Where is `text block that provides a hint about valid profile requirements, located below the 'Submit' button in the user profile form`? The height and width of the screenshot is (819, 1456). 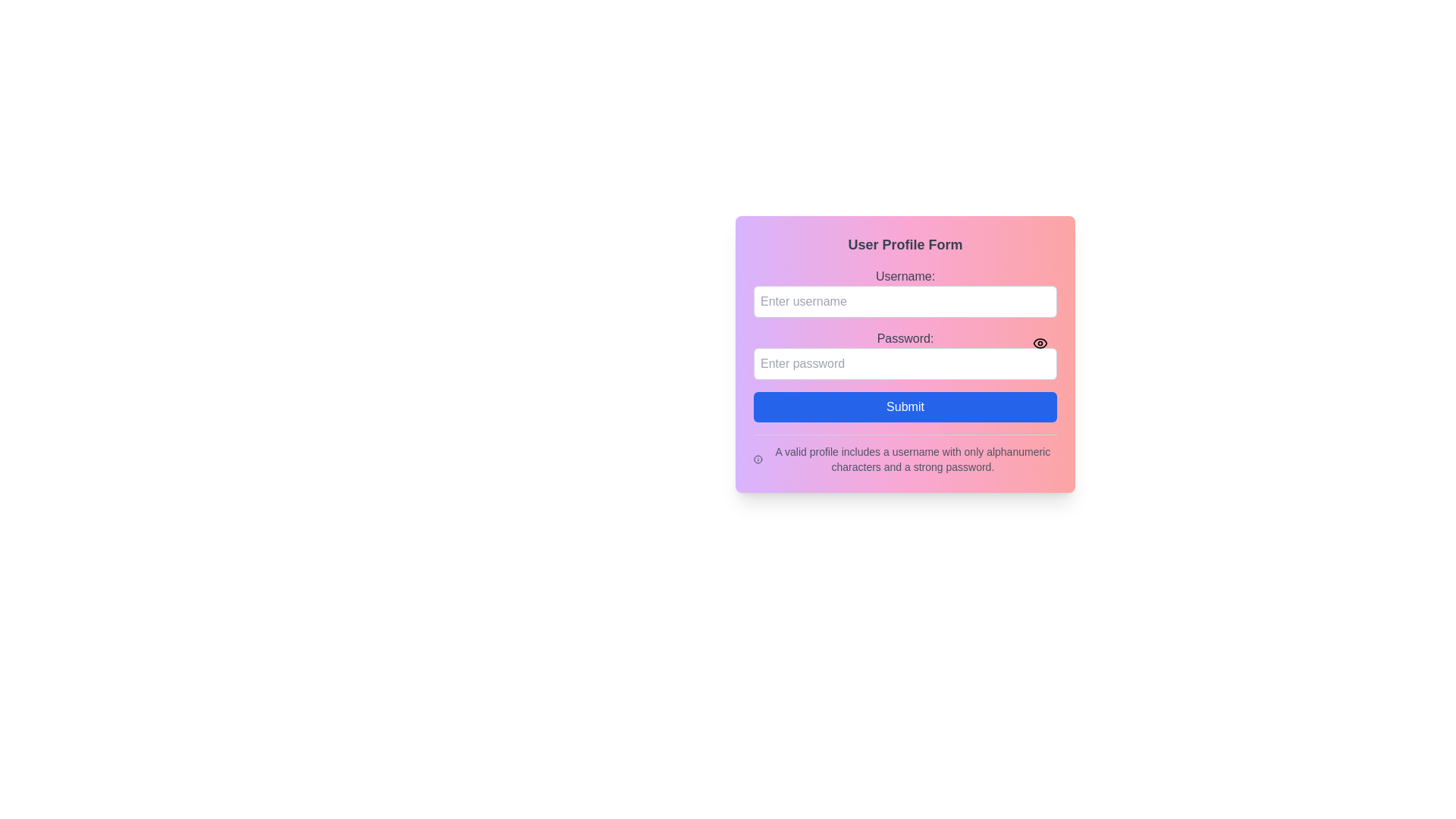
text block that provides a hint about valid profile requirements, located below the 'Submit' button in the user profile form is located at coordinates (905, 458).